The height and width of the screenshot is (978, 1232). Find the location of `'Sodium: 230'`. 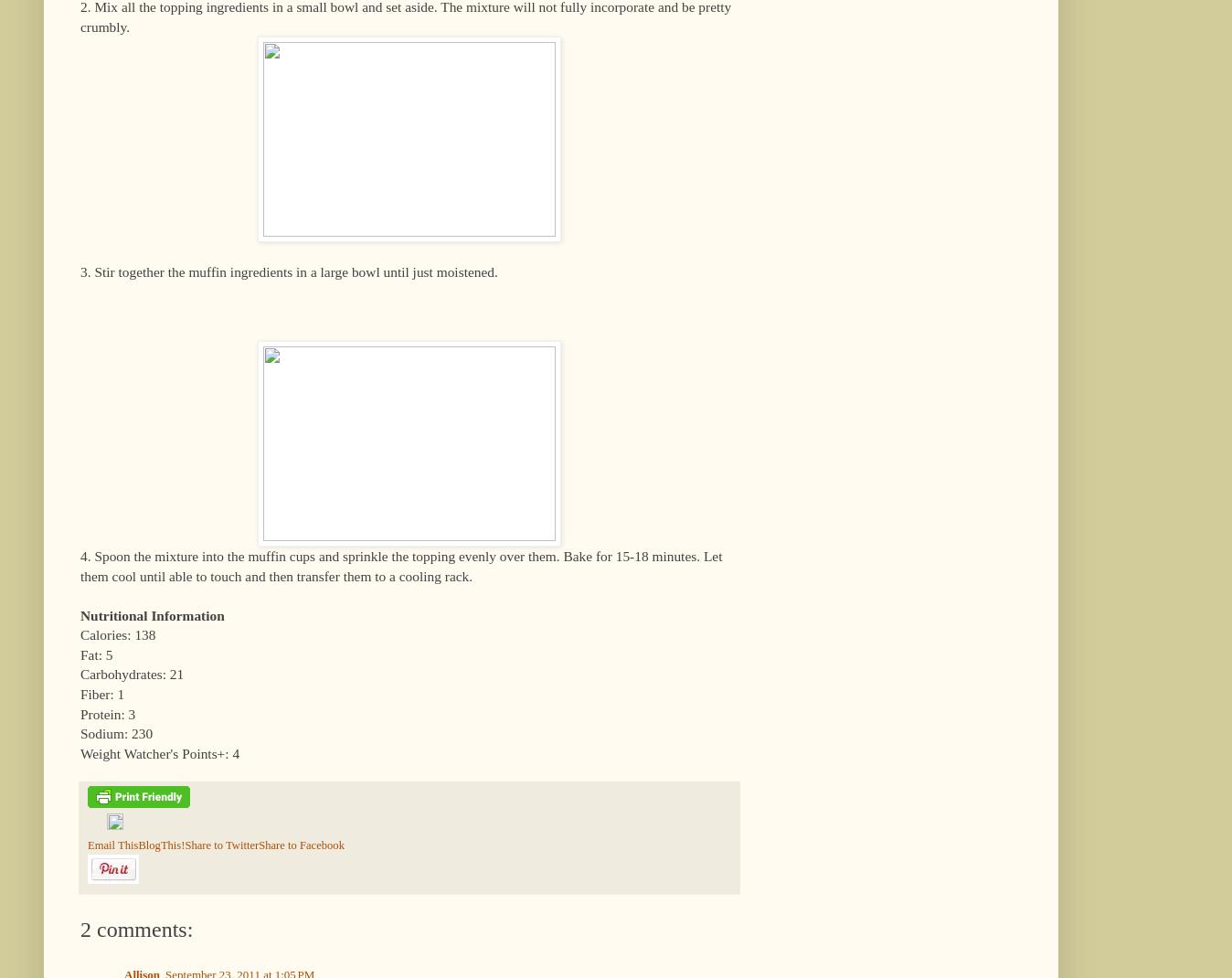

'Sodium: 230' is located at coordinates (115, 732).